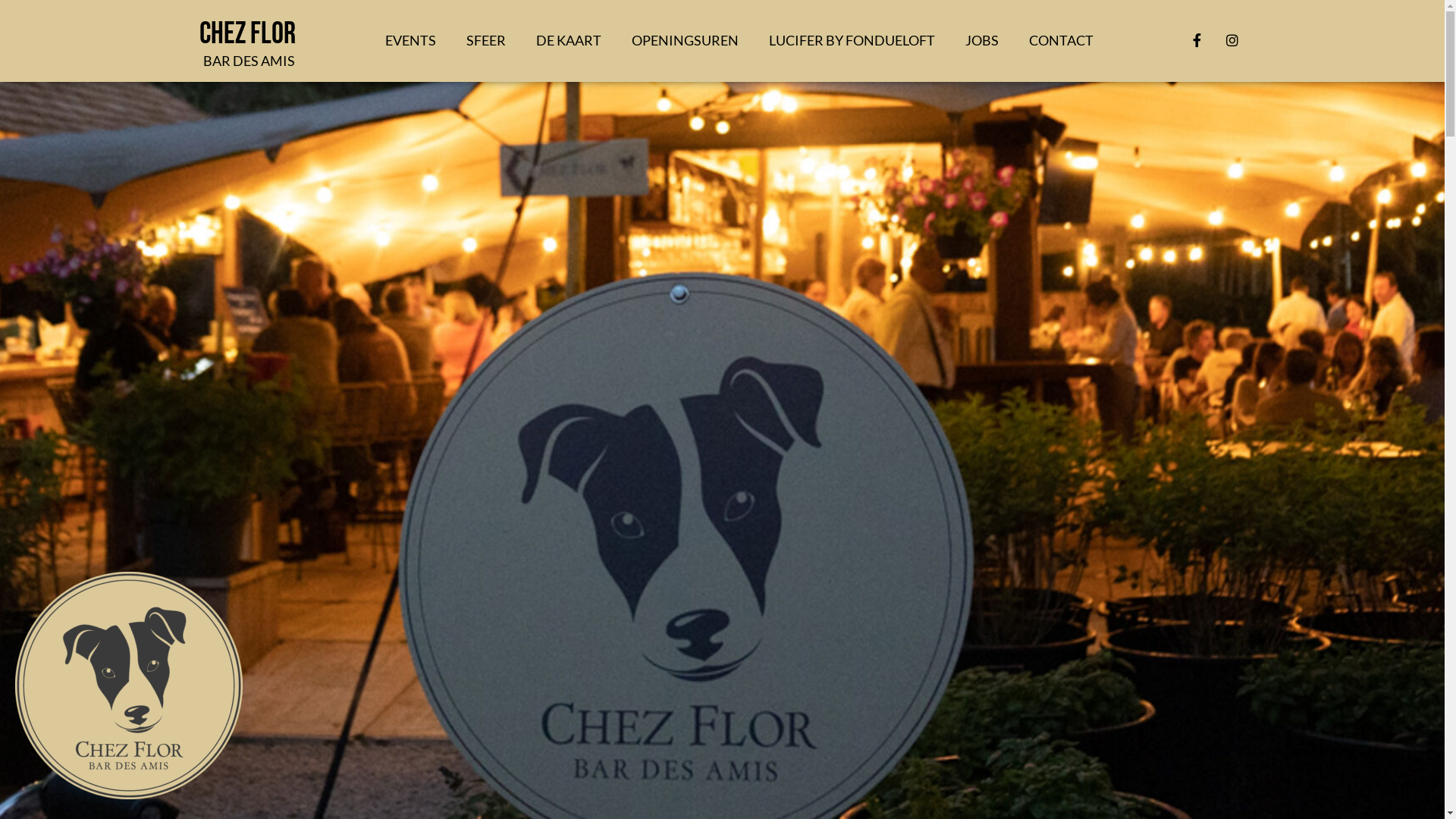 The image size is (1456, 819). Describe the element at coordinates (249, 58) in the screenshot. I see `'BAR DES AMIS'` at that location.